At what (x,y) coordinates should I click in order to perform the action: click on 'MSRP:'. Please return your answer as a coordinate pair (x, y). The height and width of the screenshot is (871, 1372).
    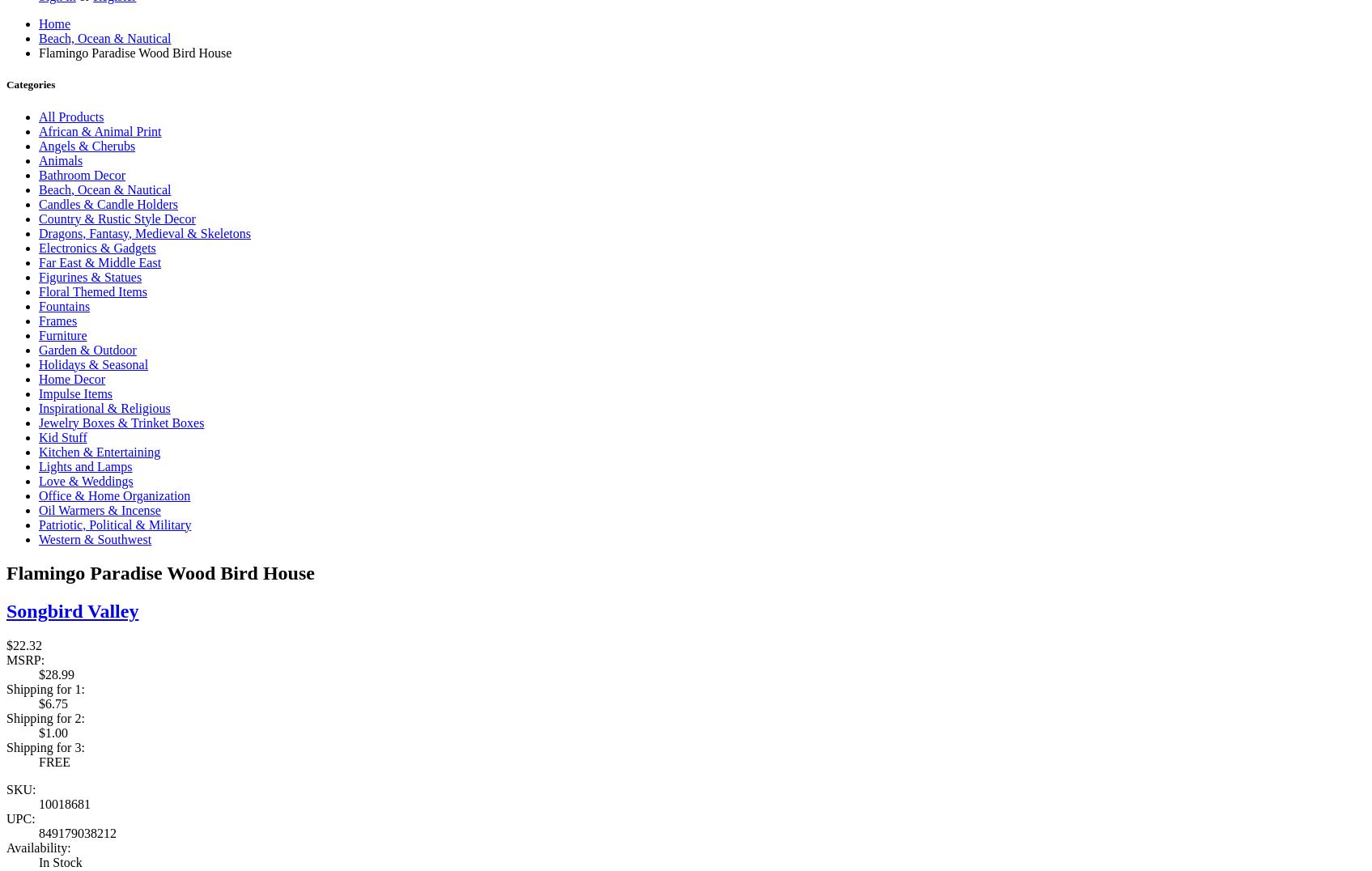
    Looking at the image, I should click on (6, 659).